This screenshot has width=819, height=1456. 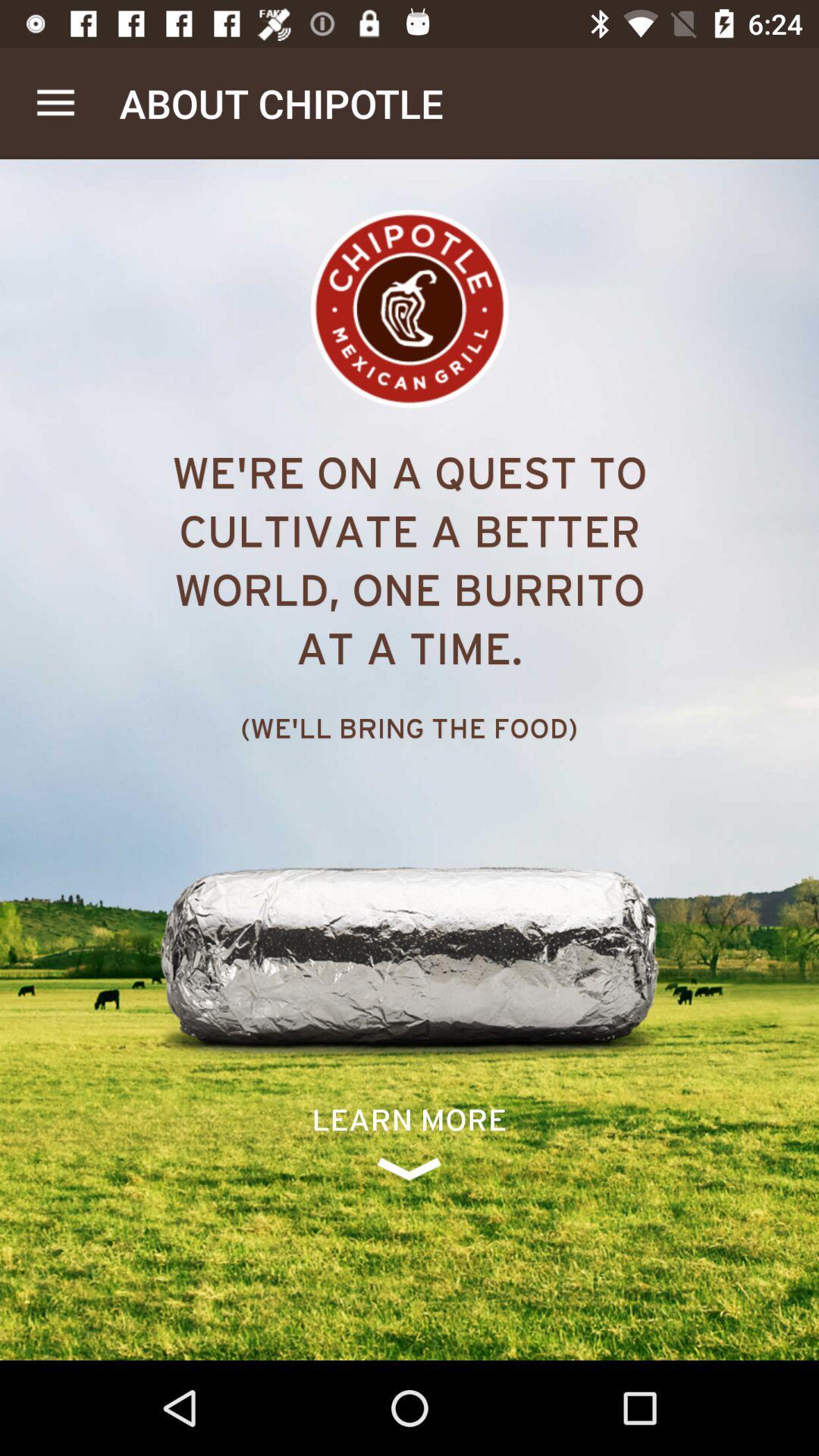 What do you see at coordinates (408, 1141) in the screenshot?
I see `icon below the we ll bring icon` at bounding box center [408, 1141].